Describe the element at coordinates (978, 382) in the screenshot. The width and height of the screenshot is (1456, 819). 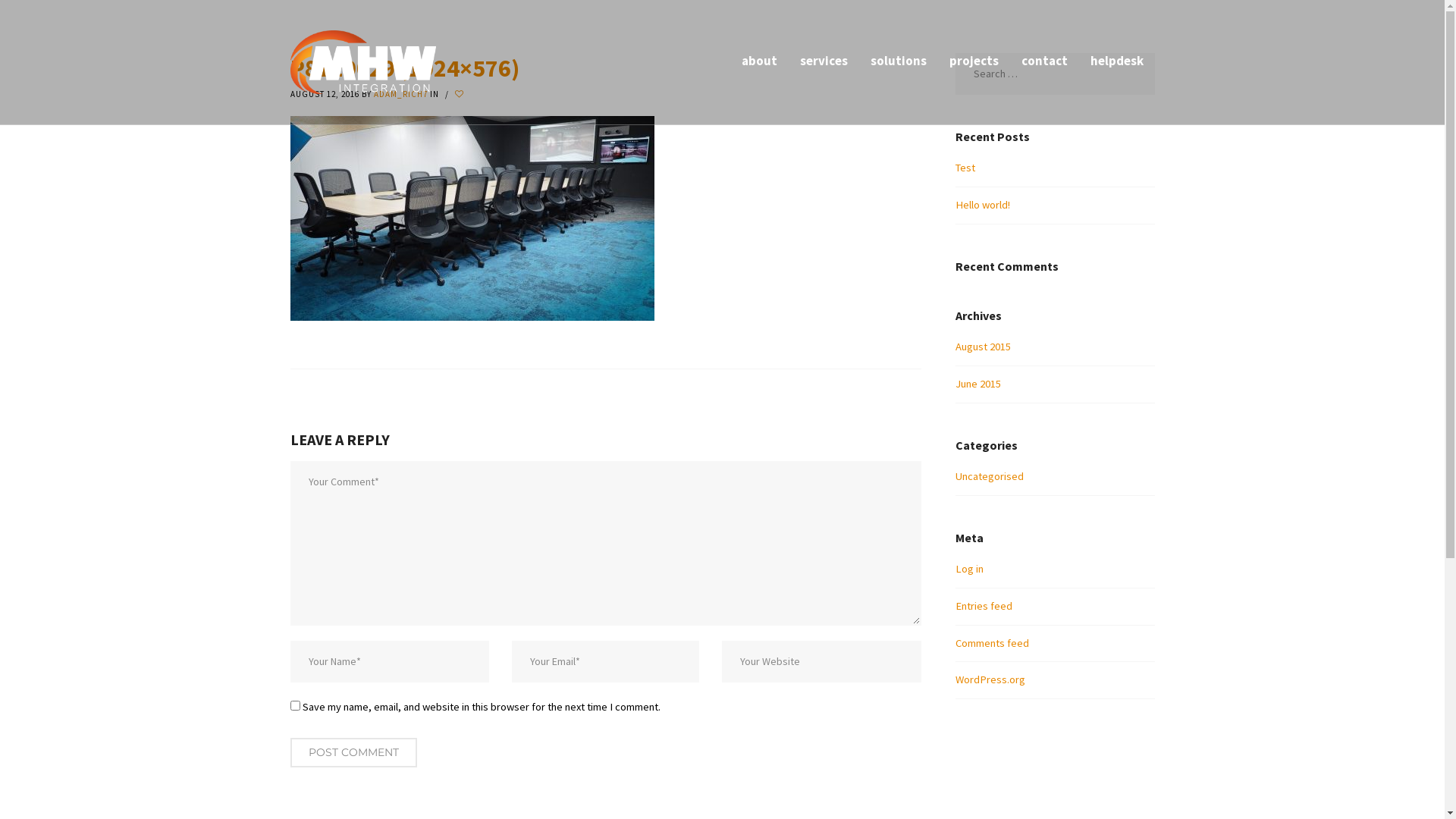
I see `'June 2015'` at that location.